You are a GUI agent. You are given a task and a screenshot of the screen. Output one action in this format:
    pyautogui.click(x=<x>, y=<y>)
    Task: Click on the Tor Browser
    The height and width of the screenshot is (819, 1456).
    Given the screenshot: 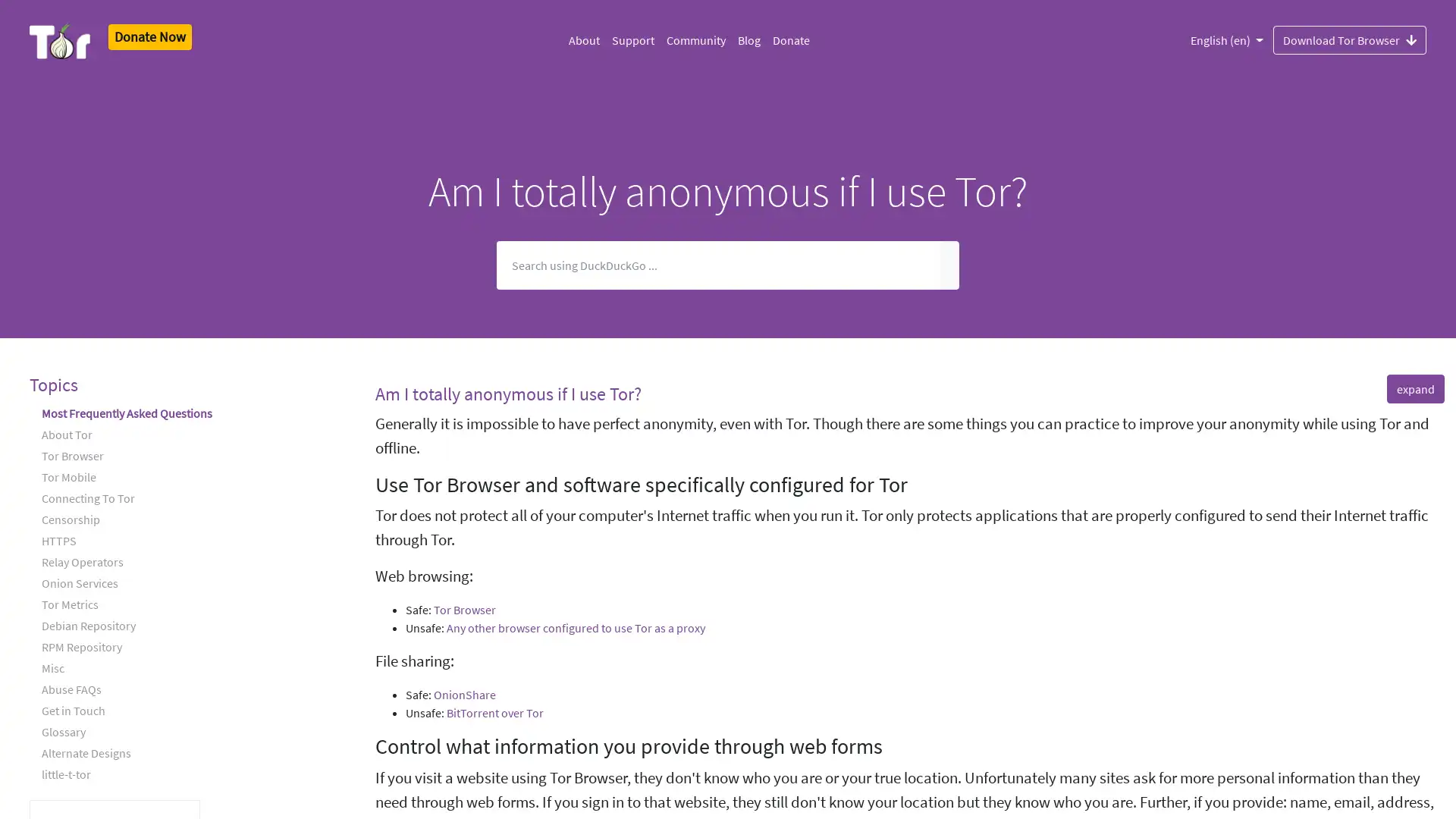 What is the action you would take?
    pyautogui.click(x=187, y=454)
    